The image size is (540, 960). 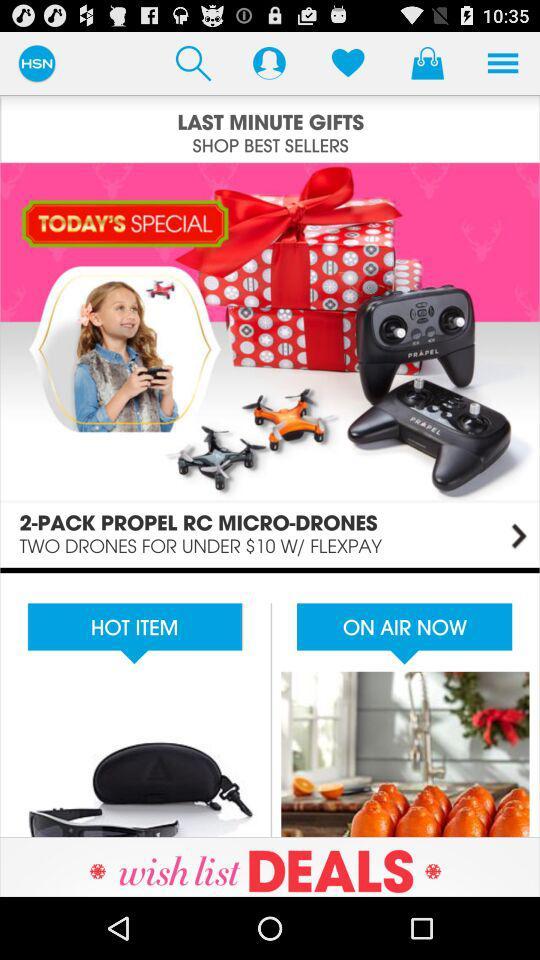 What do you see at coordinates (270, 866) in the screenshot?
I see `visit advertisement site` at bounding box center [270, 866].